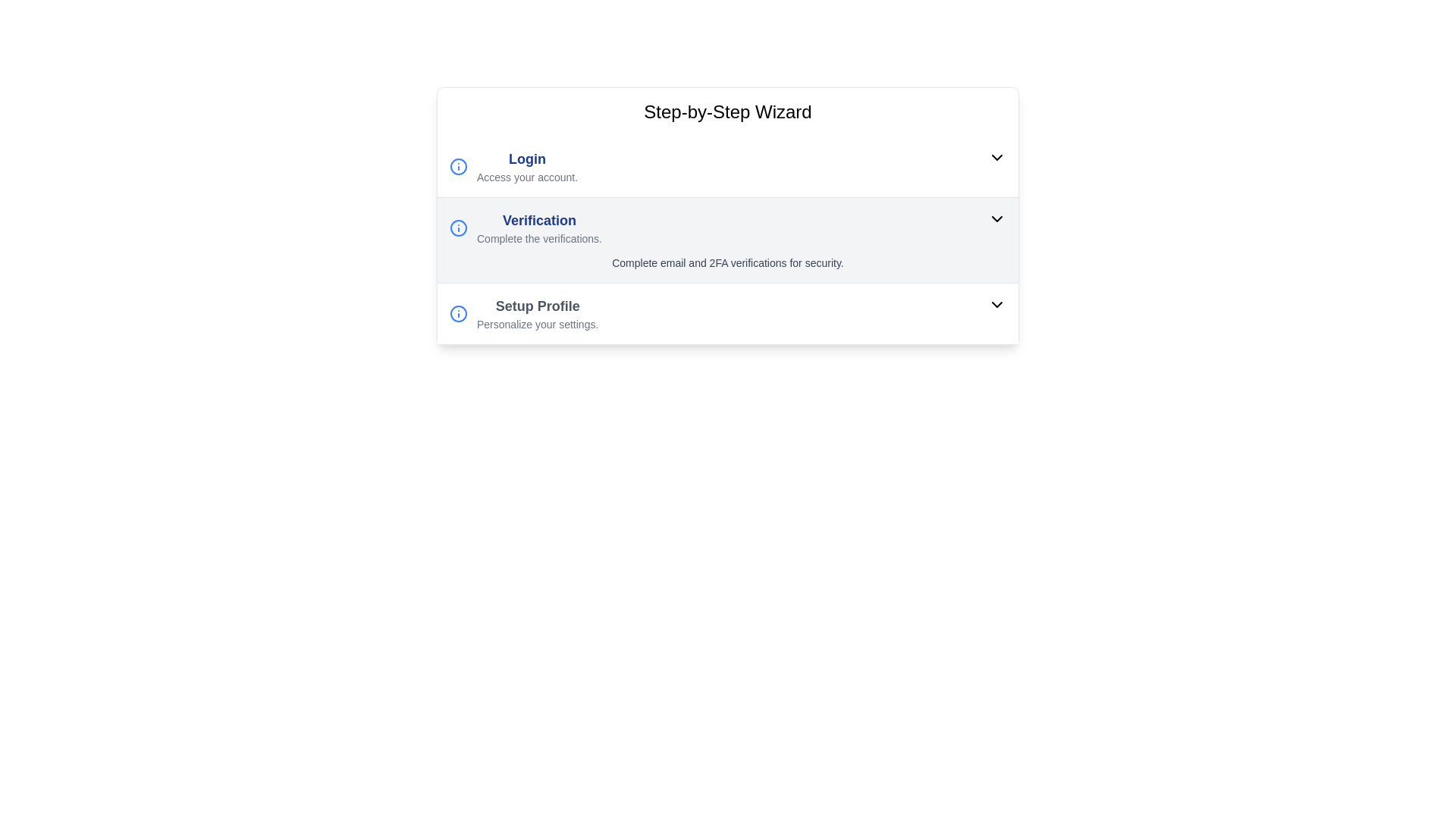  What do you see at coordinates (728, 313) in the screenshot?
I see `the third item in the vertical procedural list within the 'Step-by-Step Wizard' panel` at bounding box center [728, 313].